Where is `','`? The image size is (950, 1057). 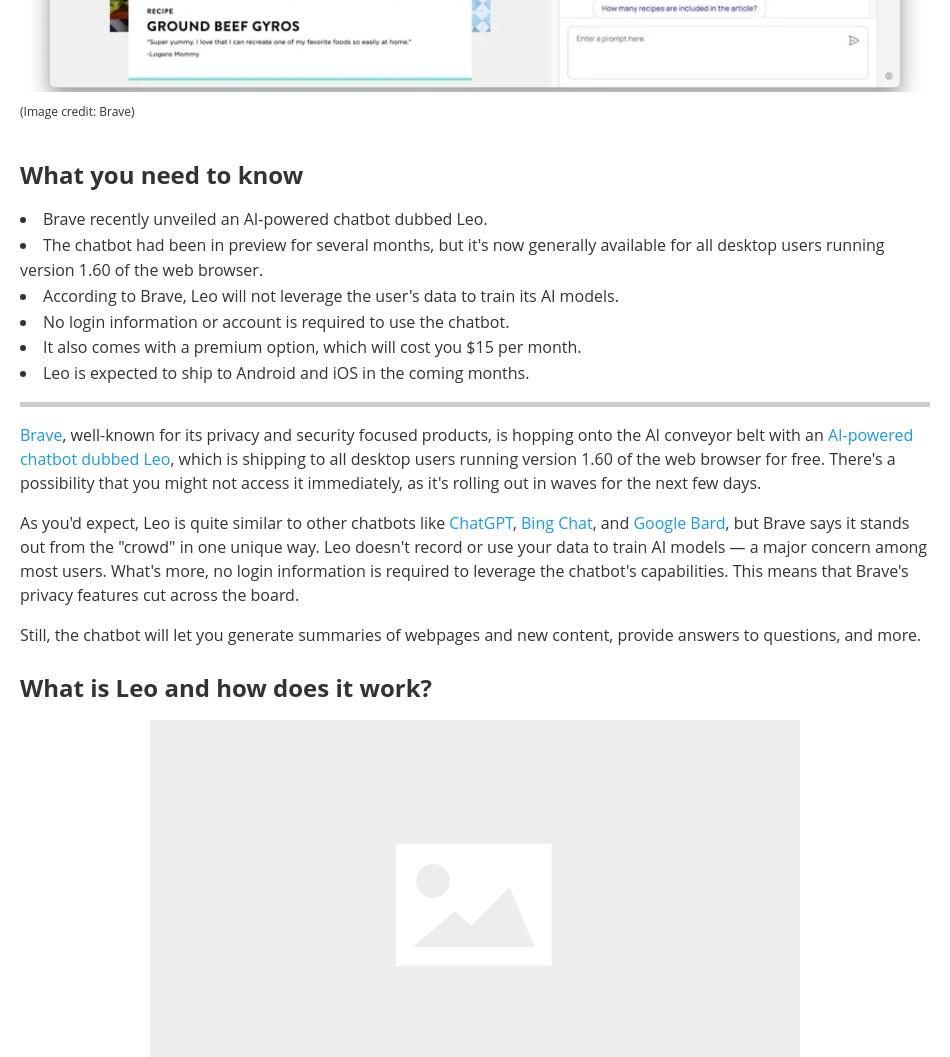
',' is located at coordinates (516, 523).